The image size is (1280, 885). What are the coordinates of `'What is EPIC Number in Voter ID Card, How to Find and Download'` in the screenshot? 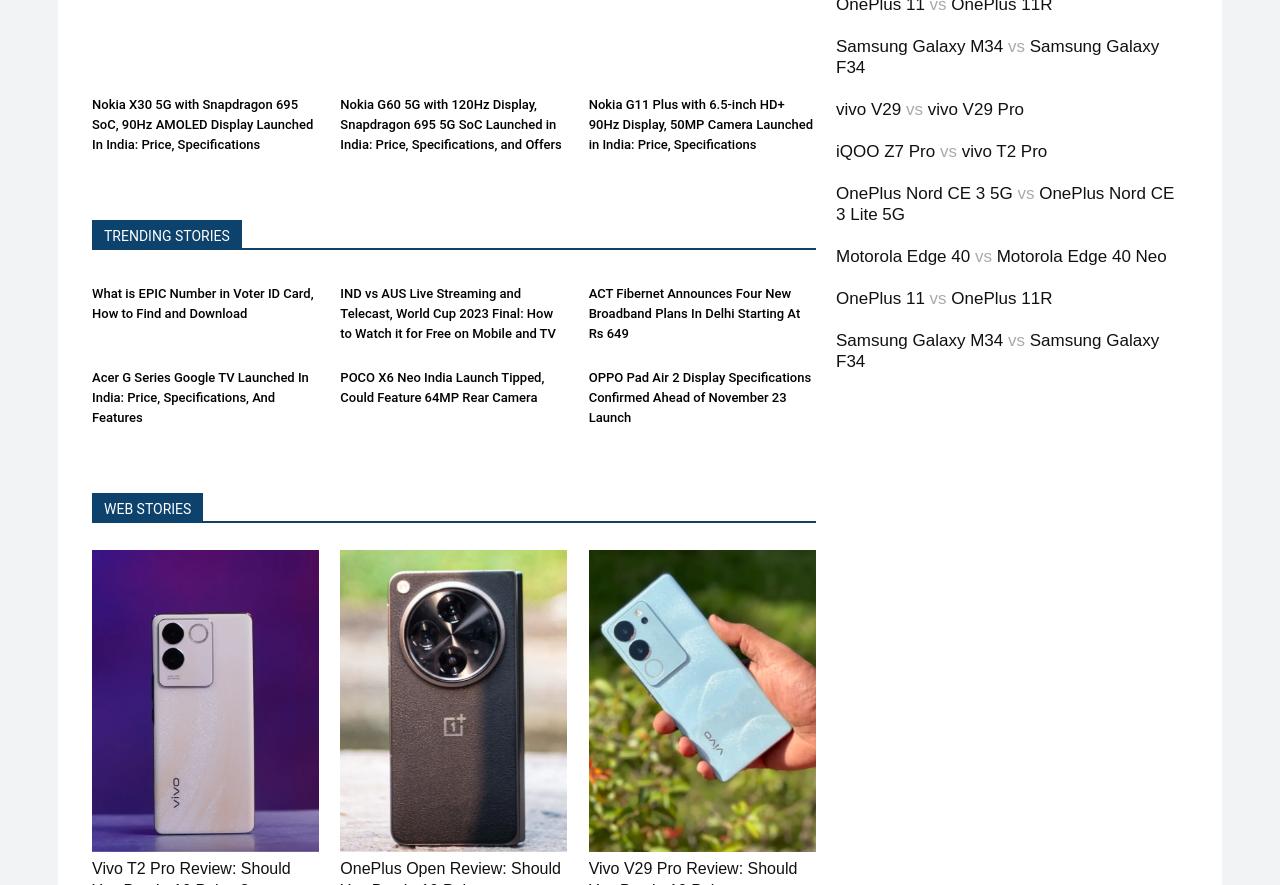 It's located at (202, 301).